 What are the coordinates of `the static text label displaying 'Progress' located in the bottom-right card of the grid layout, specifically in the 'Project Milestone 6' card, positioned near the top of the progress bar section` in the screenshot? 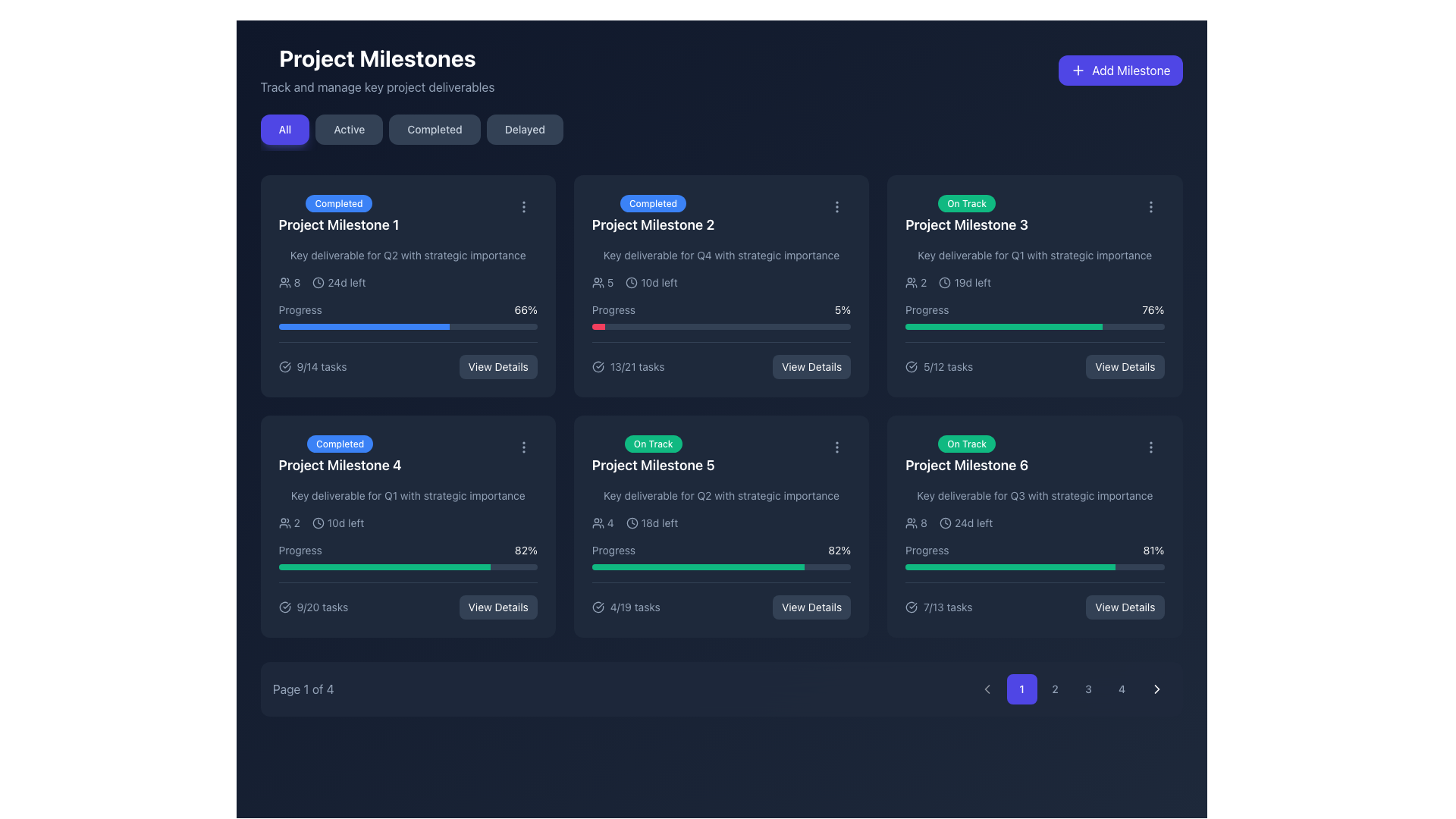 It's located at (926, 550).